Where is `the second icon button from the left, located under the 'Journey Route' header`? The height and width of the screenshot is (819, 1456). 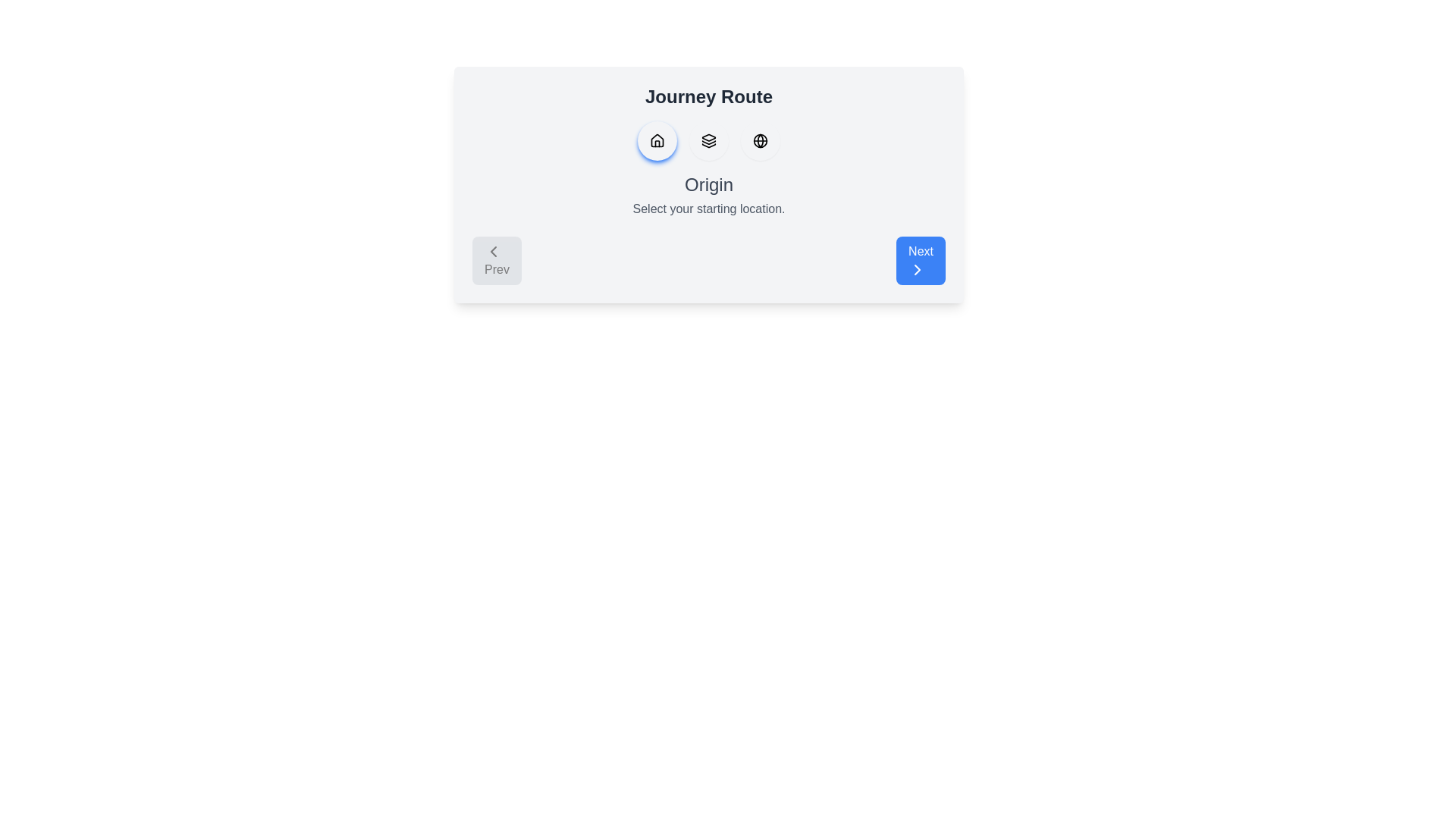 the second icon button from the left, located under the 'Journey Route' header is located at coordinates (708, 140).